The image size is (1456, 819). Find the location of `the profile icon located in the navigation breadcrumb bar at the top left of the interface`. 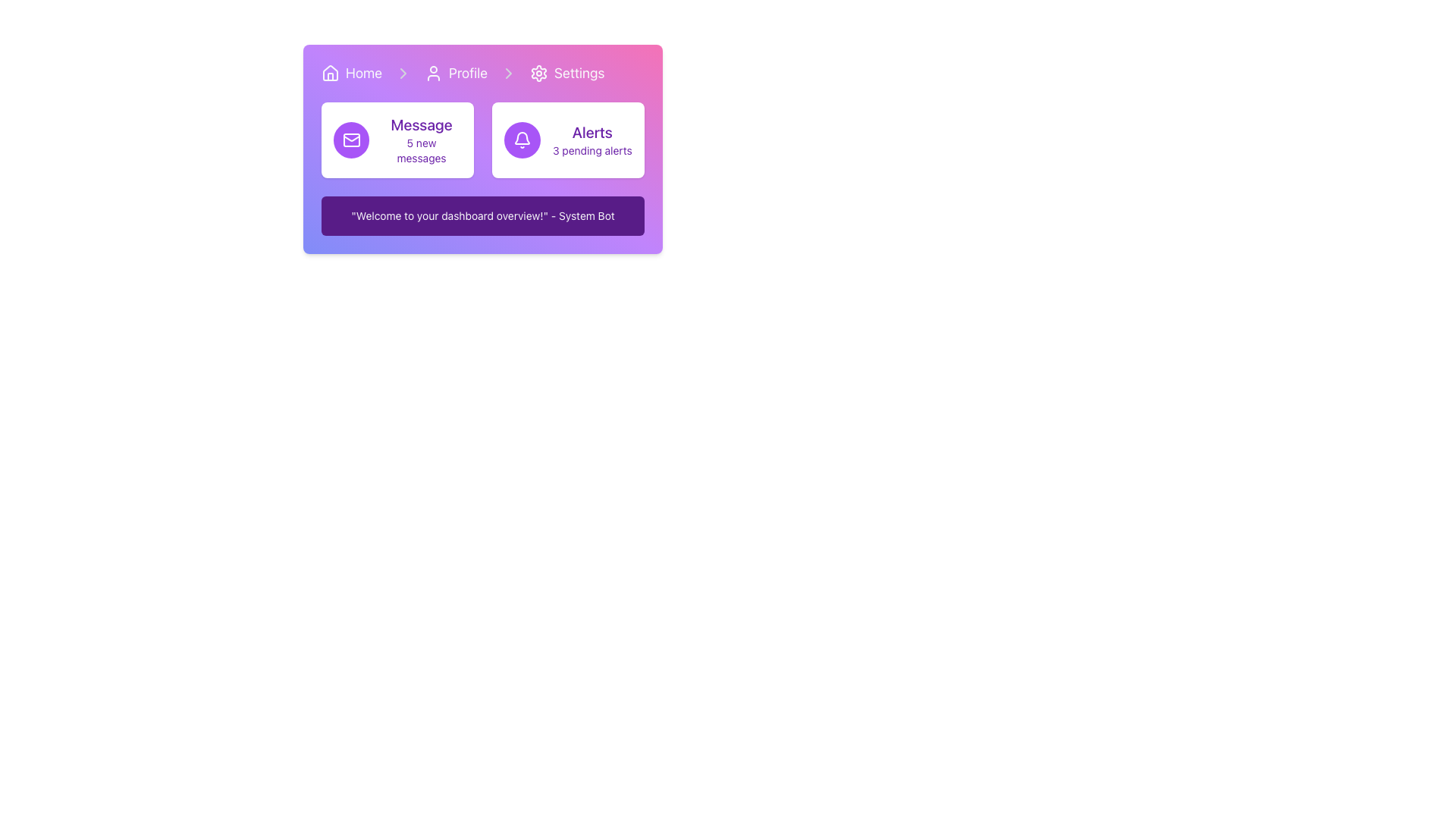

the profile icon located in the navigation breadcrumb bar at the top left of the interface is located at coordinates (432, 73).